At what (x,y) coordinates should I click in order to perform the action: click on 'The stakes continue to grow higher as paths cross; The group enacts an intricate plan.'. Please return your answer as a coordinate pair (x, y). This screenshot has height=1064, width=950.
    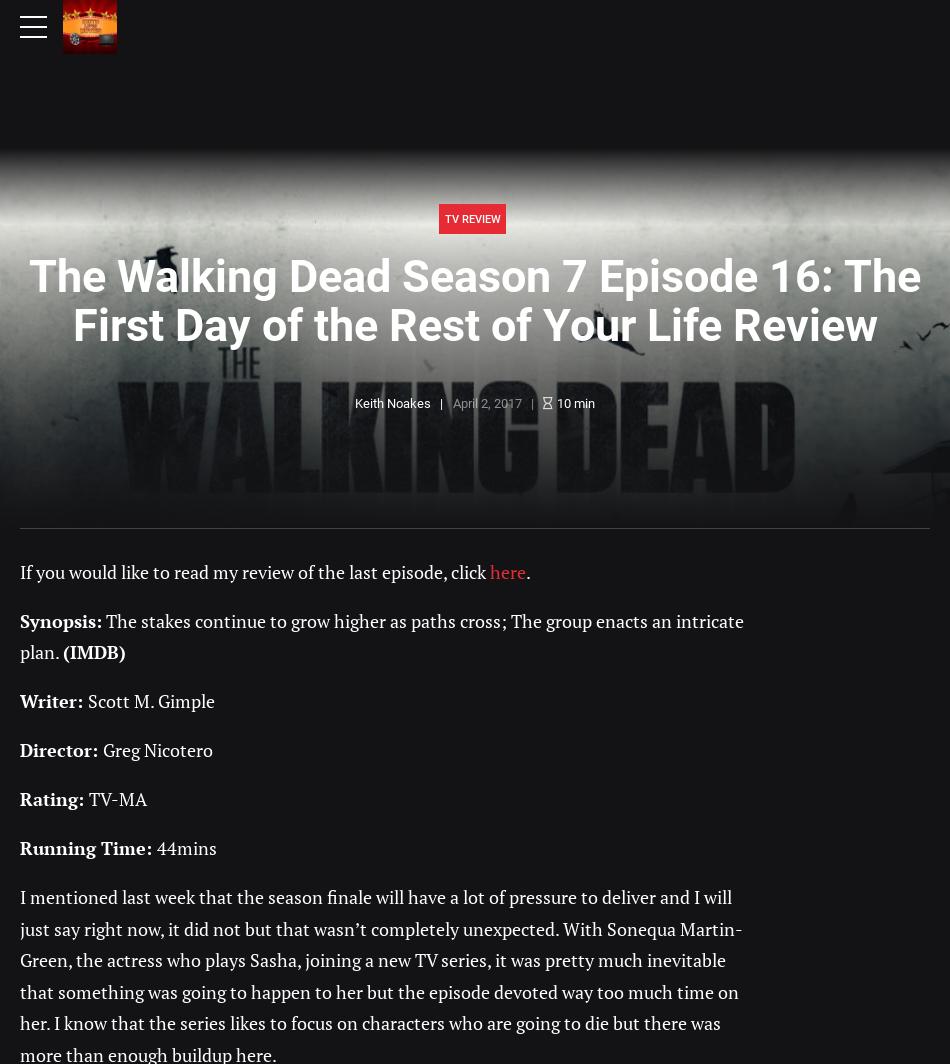
    Looking at the image, I should click on (380, 636).